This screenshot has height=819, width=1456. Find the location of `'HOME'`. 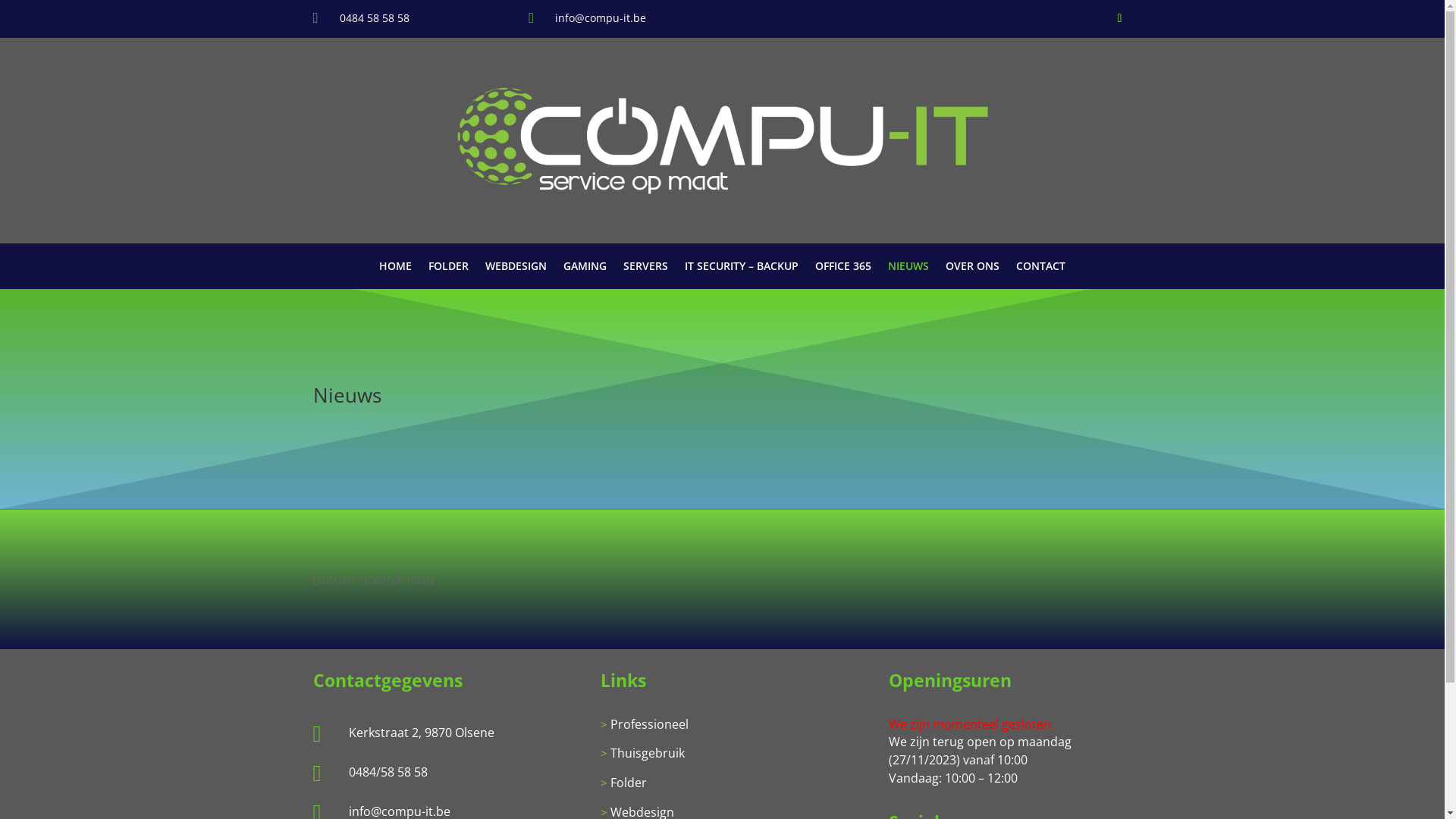

'HOME' is located at coordinates (395, 268).